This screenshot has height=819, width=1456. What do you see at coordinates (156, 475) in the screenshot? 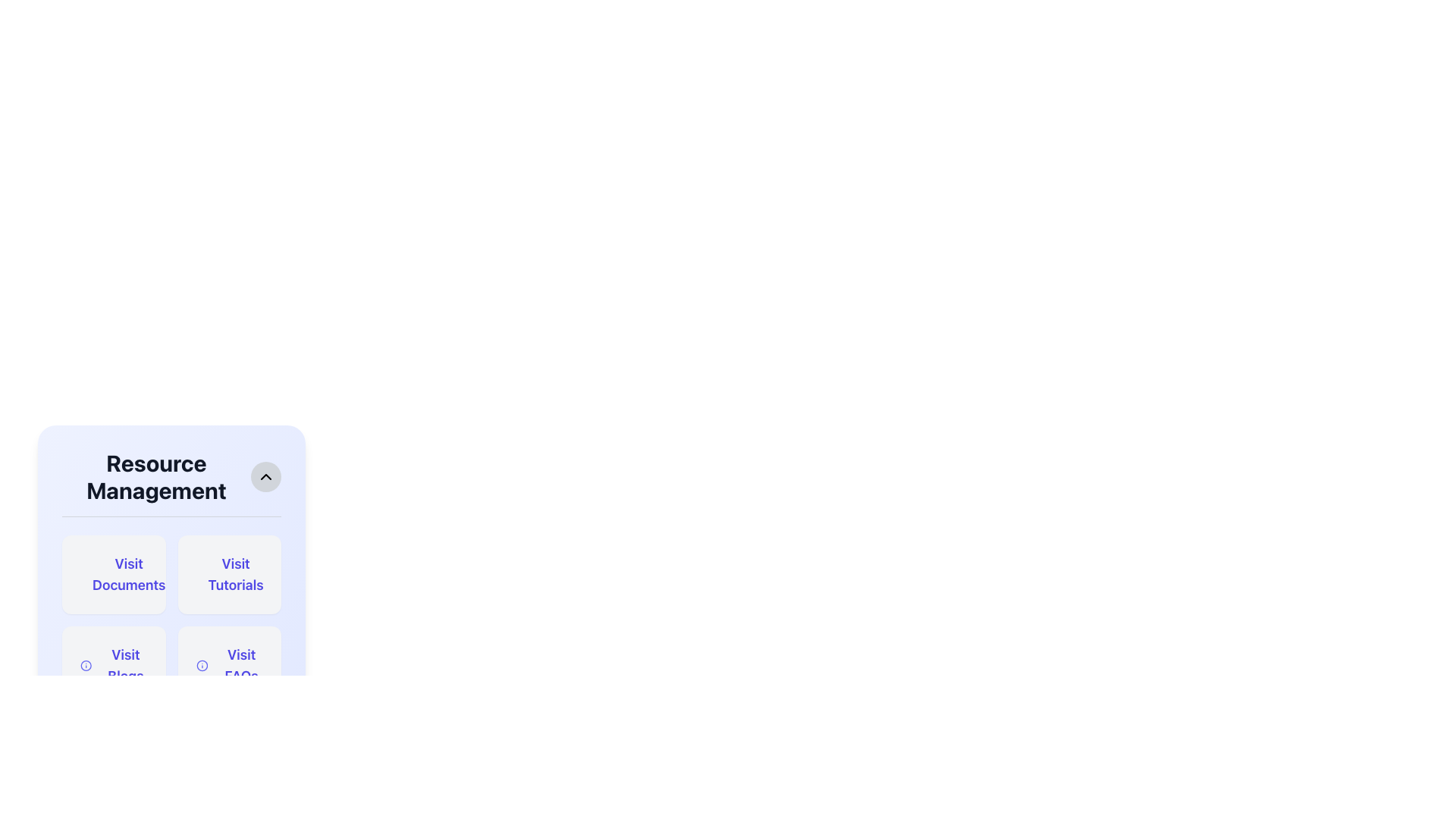
I see `header text element positioned to the left of a circular icon, providing context for the current section` at bounding box center [156, 475].